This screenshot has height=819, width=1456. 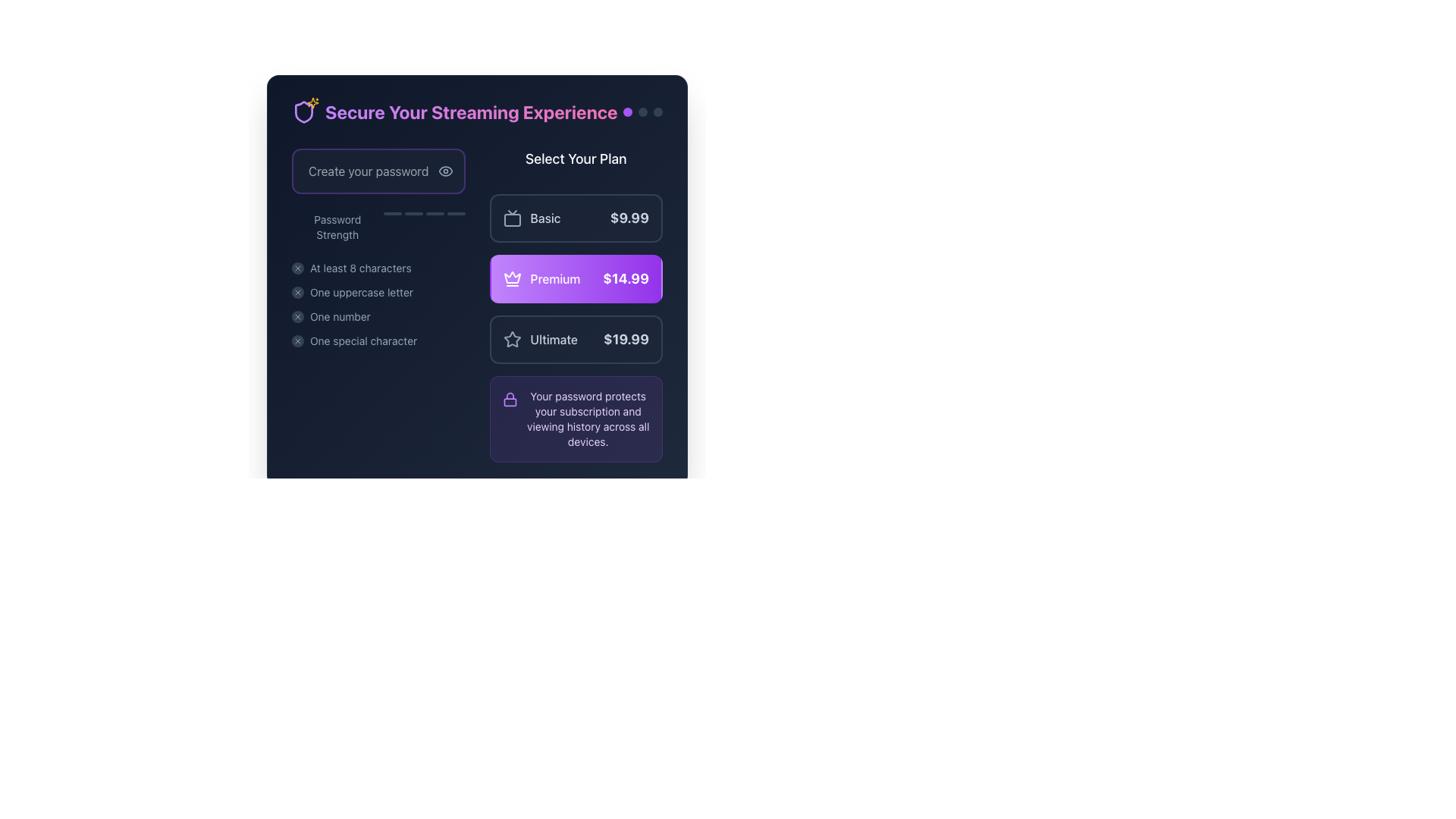 What do you see at coordinates (628, 111) in the screenshot?
I see `the first circular indicator in the top-right corner of the interface, which serves as a step or status indicator in a multi-step tracking system` at bounding box center [628, 111].